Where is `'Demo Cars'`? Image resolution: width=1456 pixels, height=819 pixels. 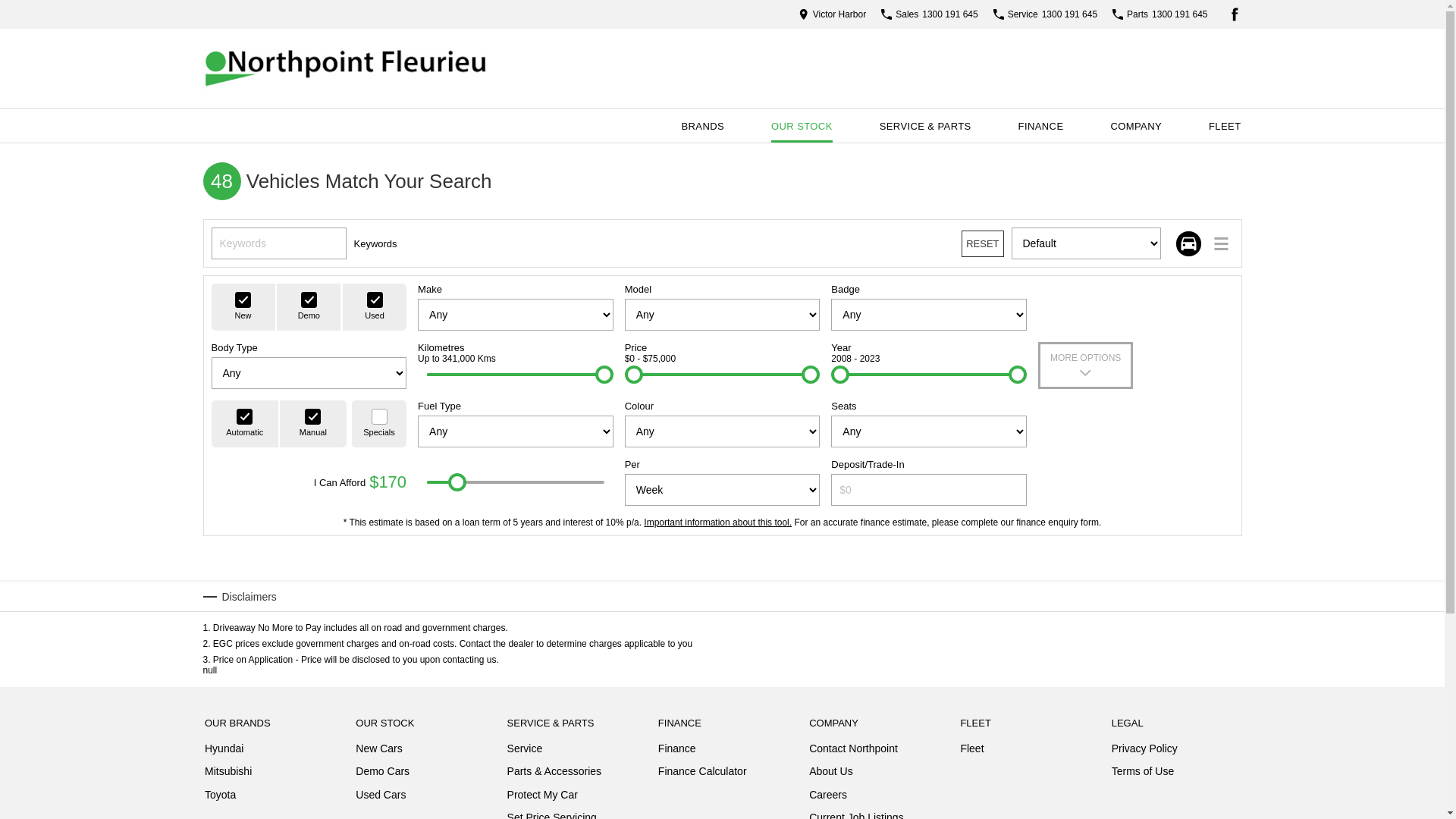 'Demo Cars' is located at coordinates (355, 774).